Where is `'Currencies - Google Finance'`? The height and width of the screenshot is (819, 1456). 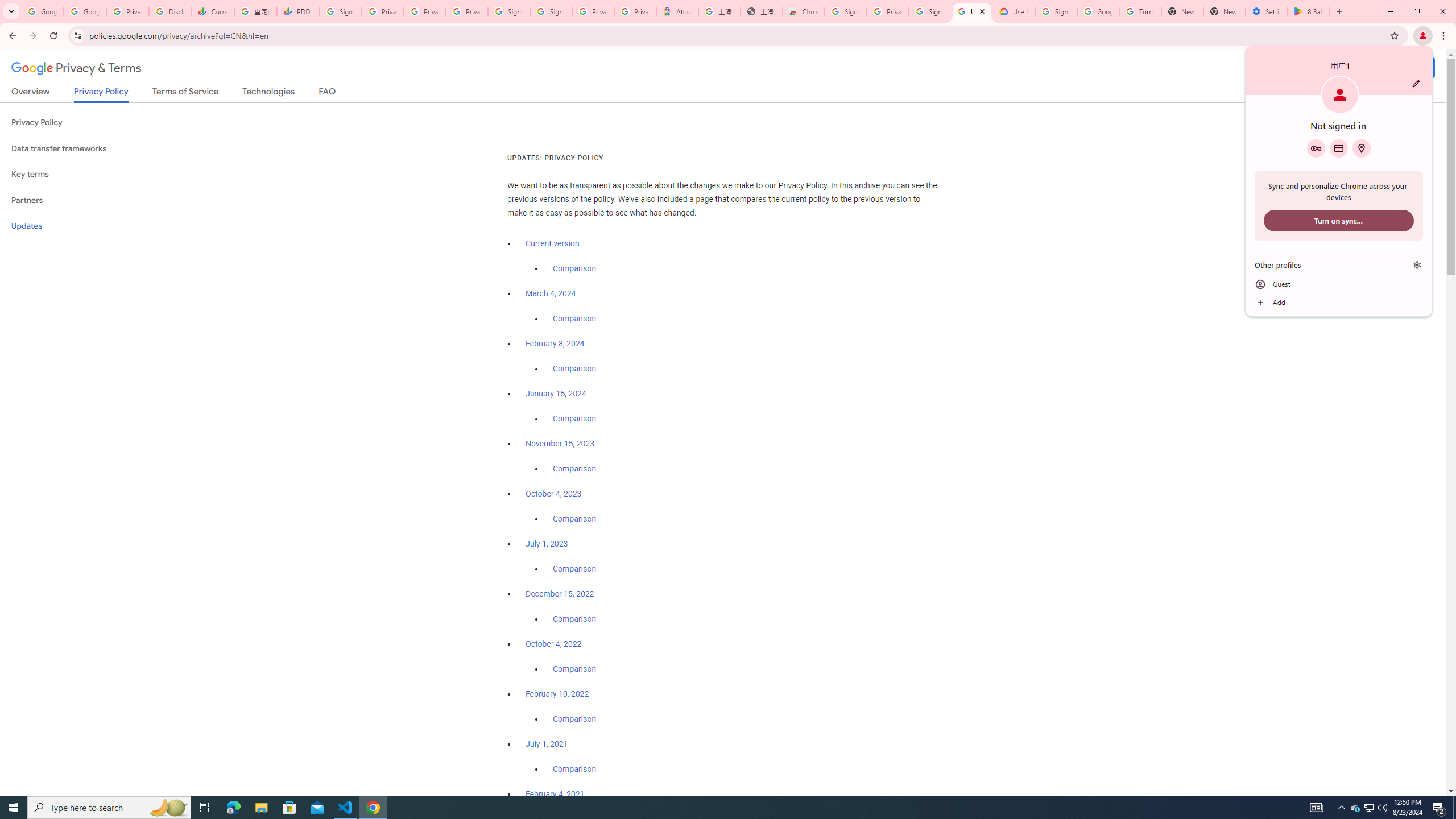
'Currencies - Google Finance' is located at coordinates (212, 11).